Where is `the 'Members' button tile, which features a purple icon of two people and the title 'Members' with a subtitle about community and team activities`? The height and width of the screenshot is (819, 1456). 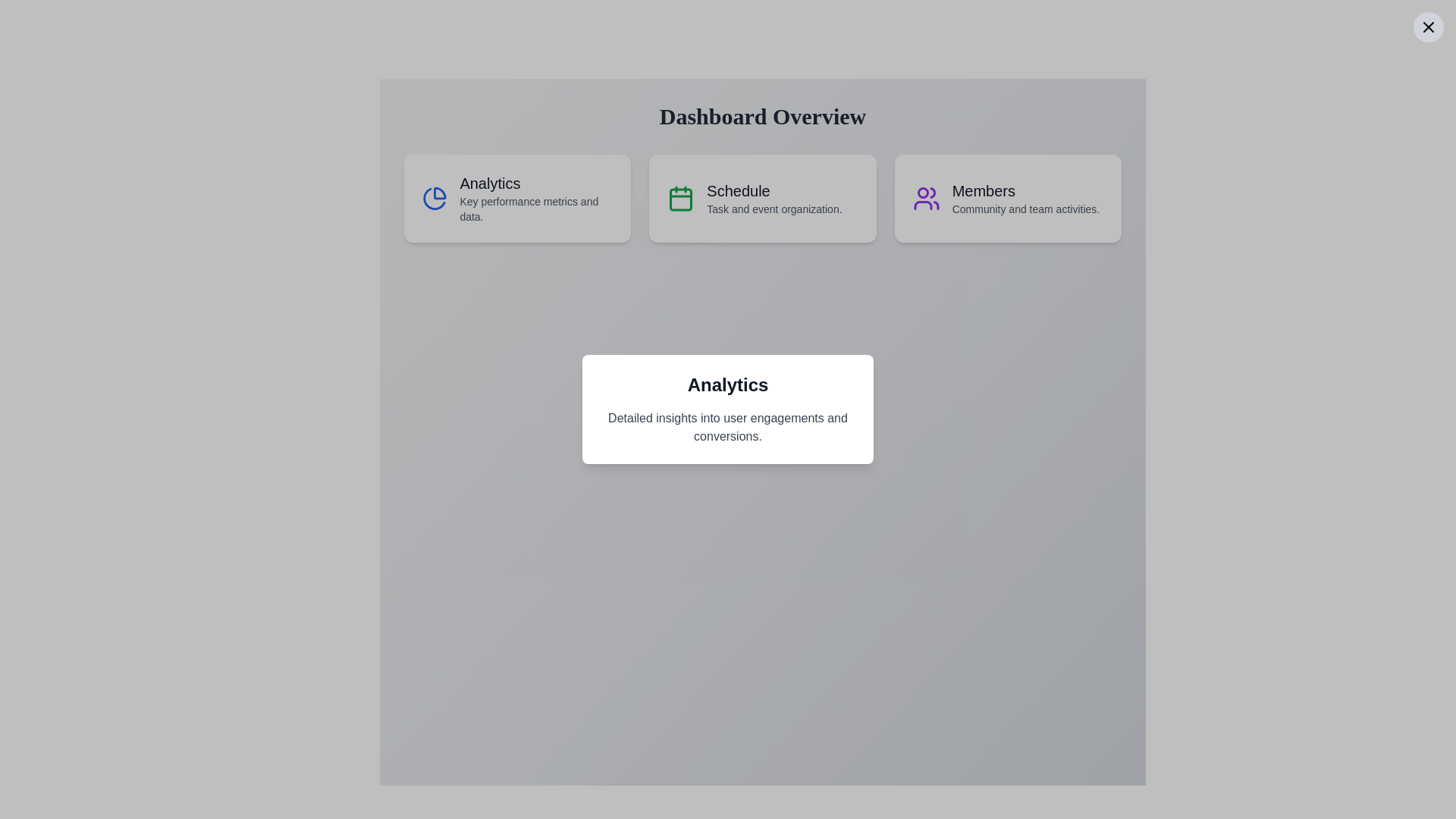
the 'Members' button tile, which features a purple icon of two people and the title 'Members' with a subtitle about community and team activities is located at coordinates (1008, 198).